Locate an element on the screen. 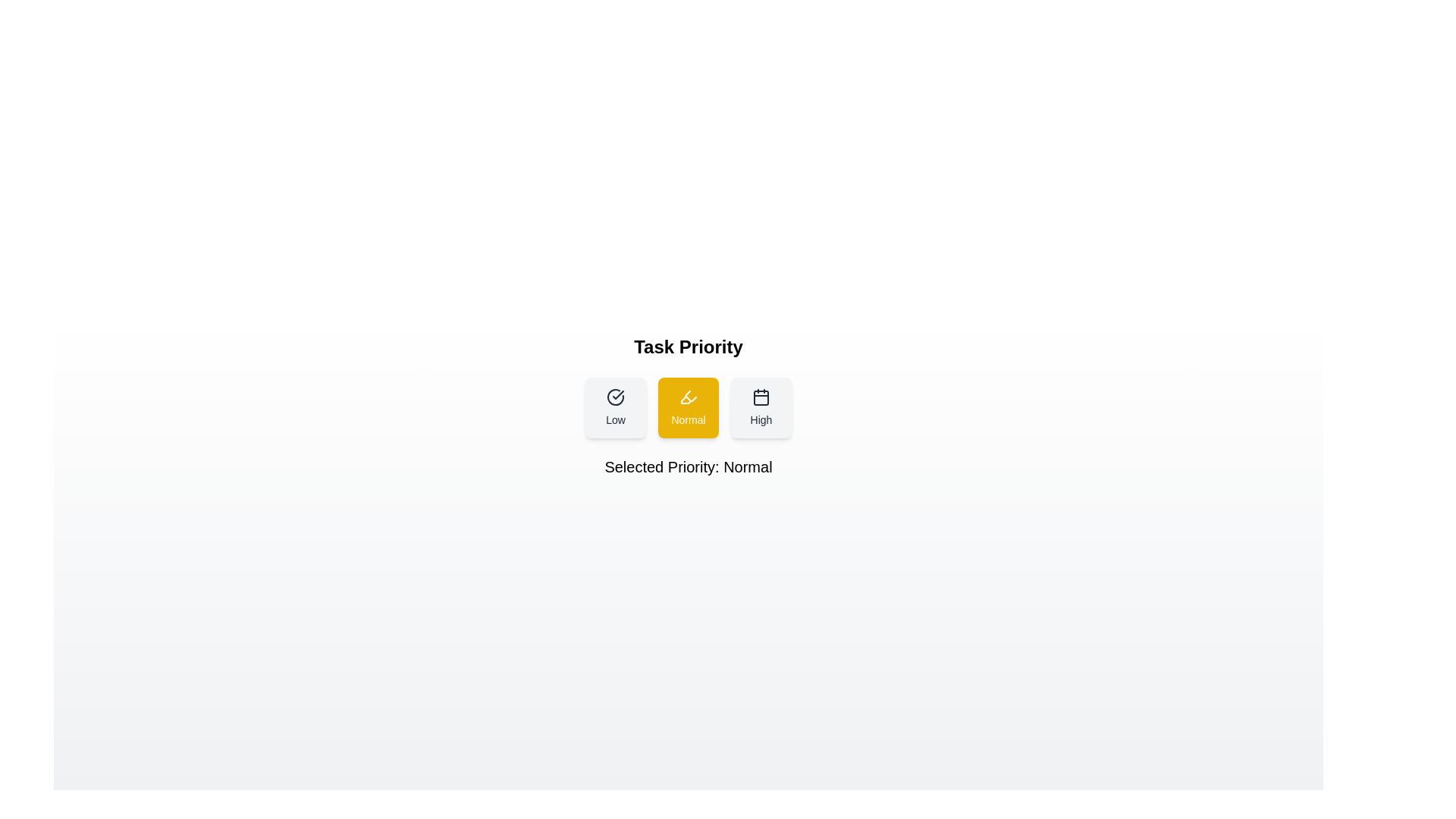  the 'High' priority button to select it is located at coordinates (761, 406).